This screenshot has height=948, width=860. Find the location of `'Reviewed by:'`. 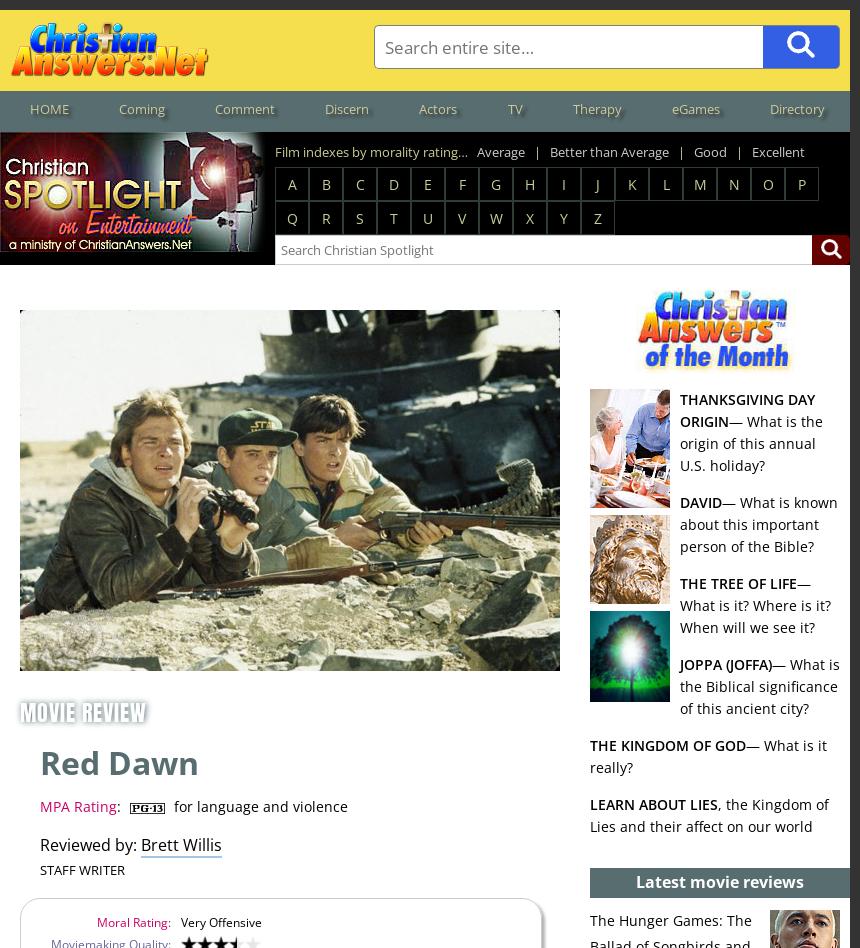

'Reviewed by:' is located at coordinates (87, 844).